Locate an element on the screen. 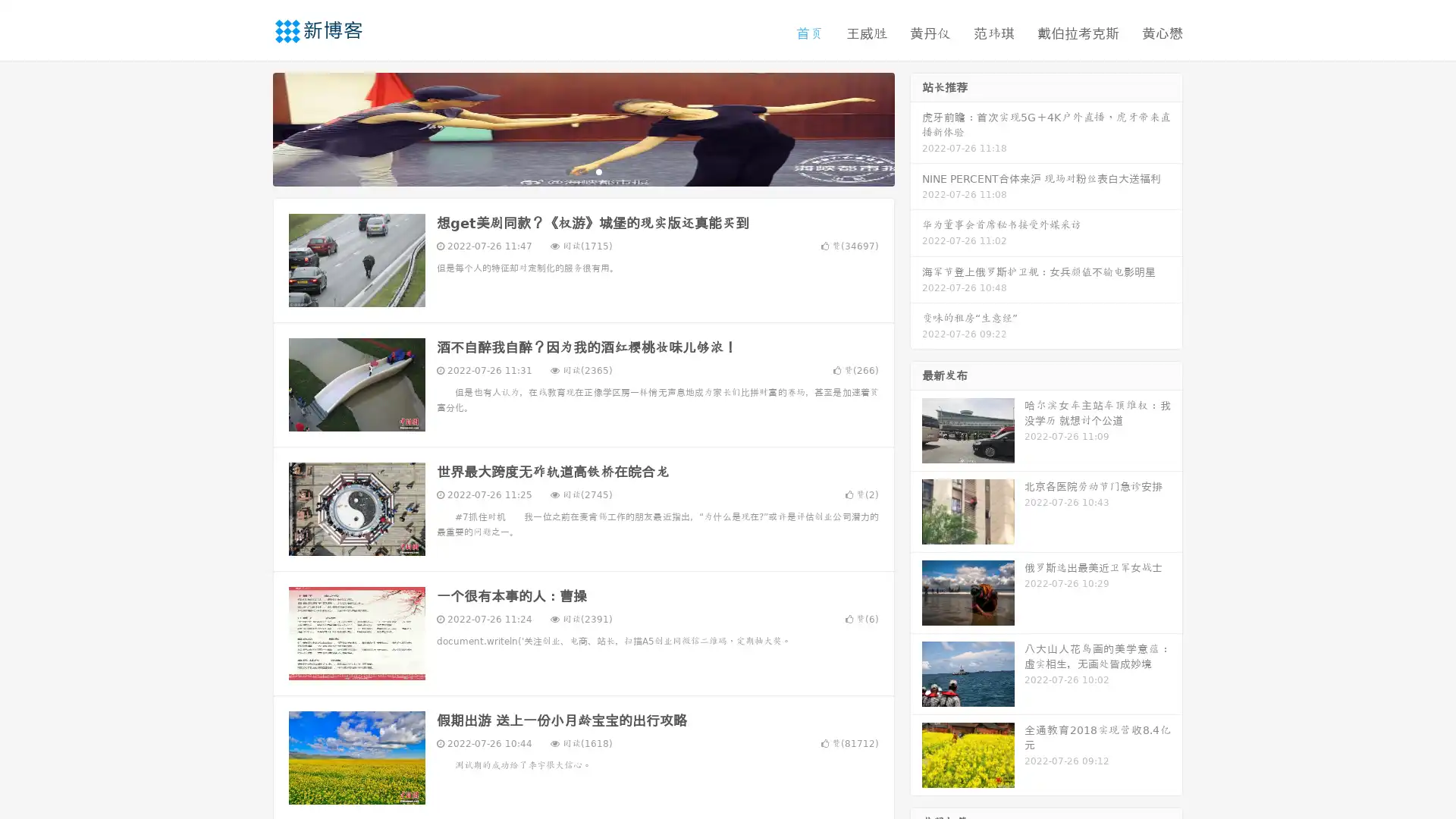 The width and height of the screenshot is (1456, 819). Go to slide 2 is located at coordinates (582, 171).